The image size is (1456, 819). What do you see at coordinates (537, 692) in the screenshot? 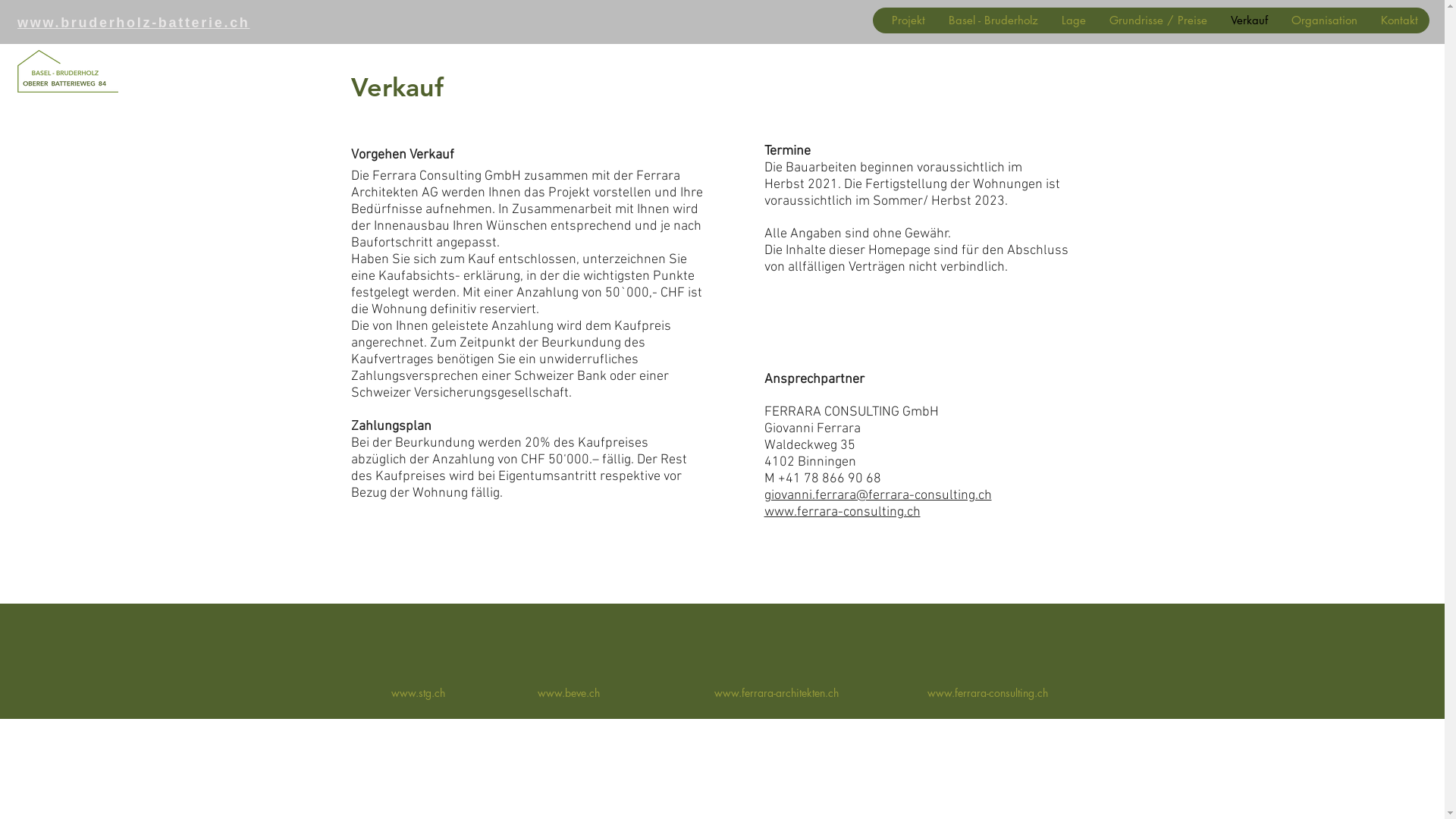
I see `'www.beve.ch'` at bounding box center [537, 692].